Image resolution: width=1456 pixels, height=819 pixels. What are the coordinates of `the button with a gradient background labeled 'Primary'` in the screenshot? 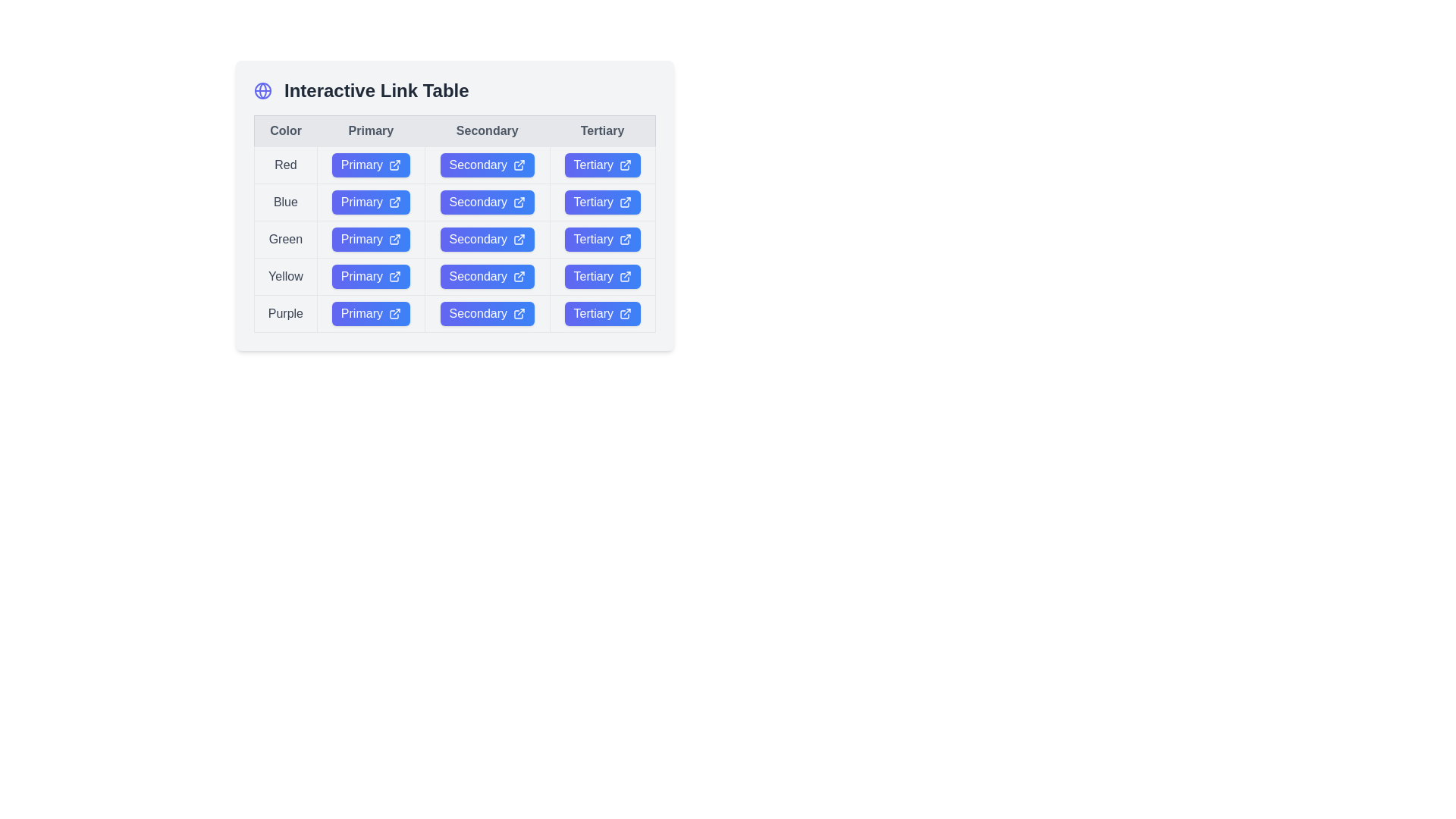 It's located at (371, 165).